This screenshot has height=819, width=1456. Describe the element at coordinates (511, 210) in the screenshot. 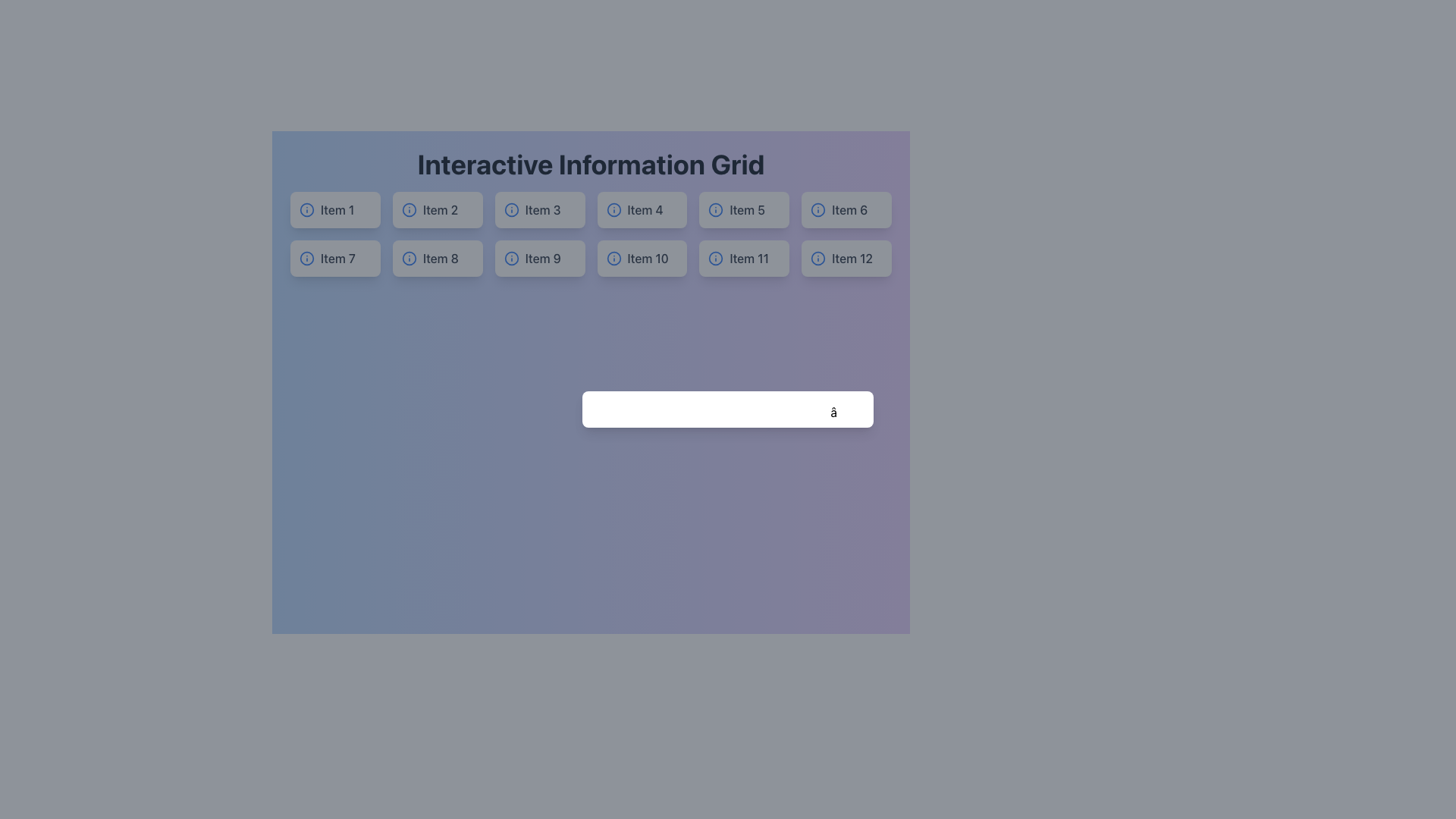

I see `the circular 'info' icon with a blue stroke located next to the 'Item 3' label in the grid layout` at that location.